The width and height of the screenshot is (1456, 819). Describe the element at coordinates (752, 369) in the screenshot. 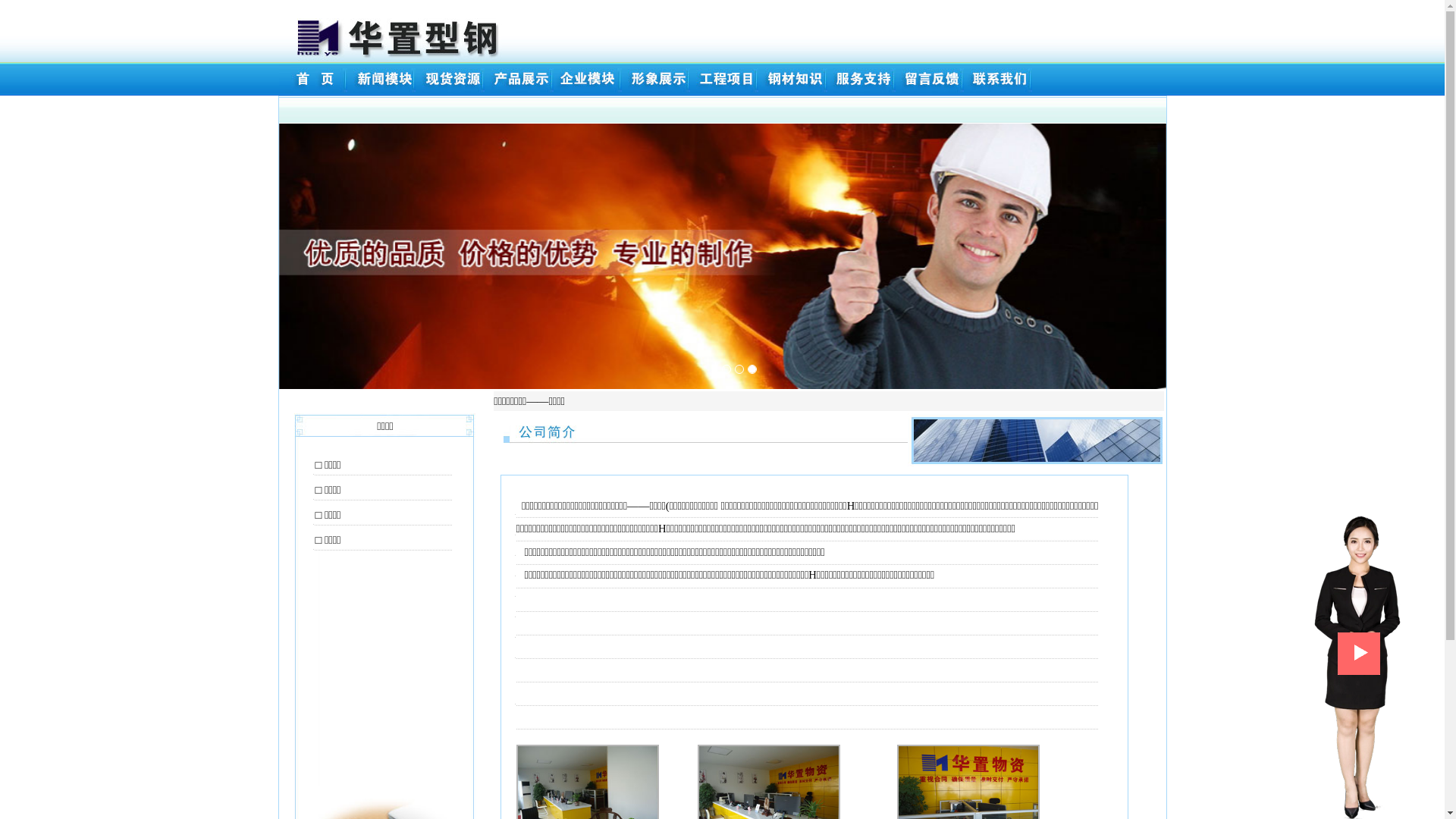

I see `'3'` at that location.